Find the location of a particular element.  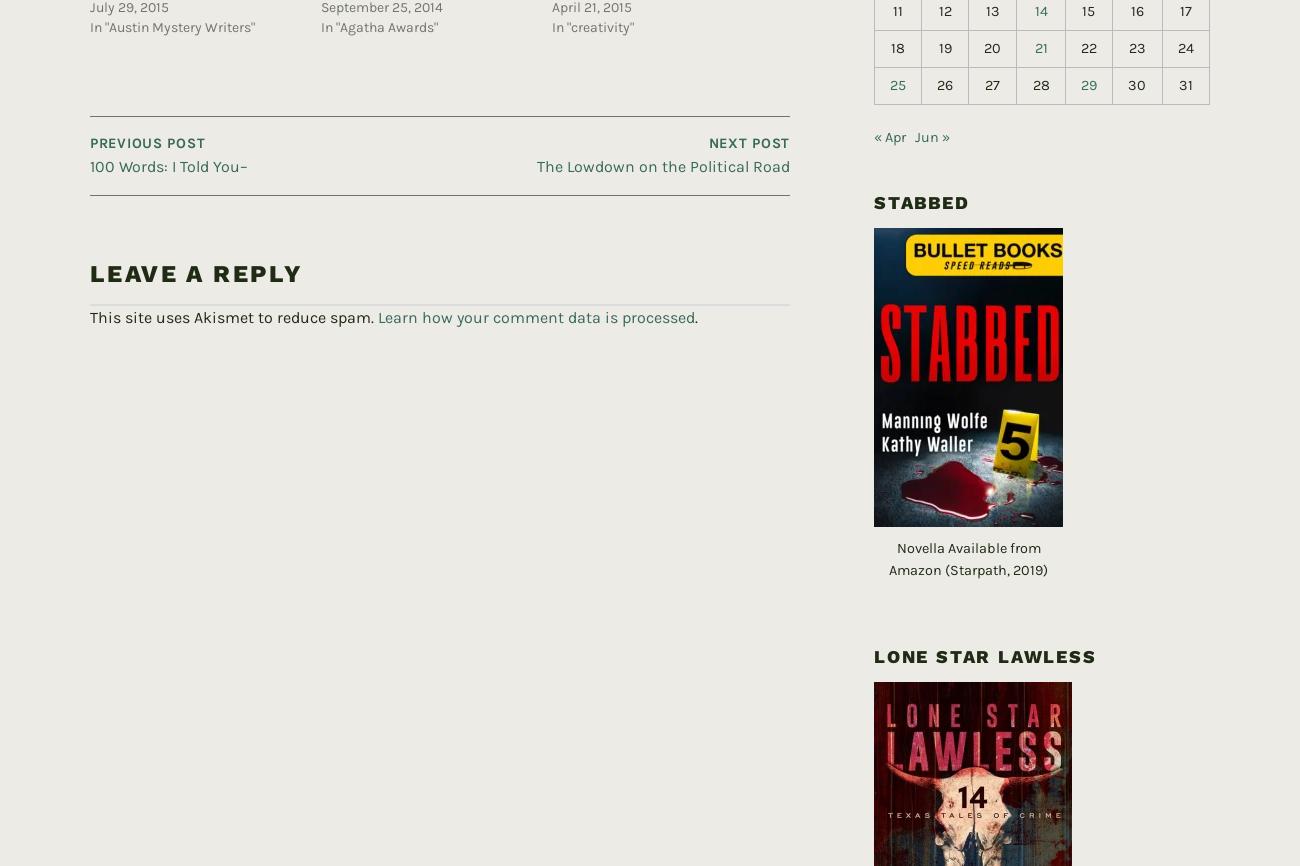

'.' is located at coordinates (695, 284).